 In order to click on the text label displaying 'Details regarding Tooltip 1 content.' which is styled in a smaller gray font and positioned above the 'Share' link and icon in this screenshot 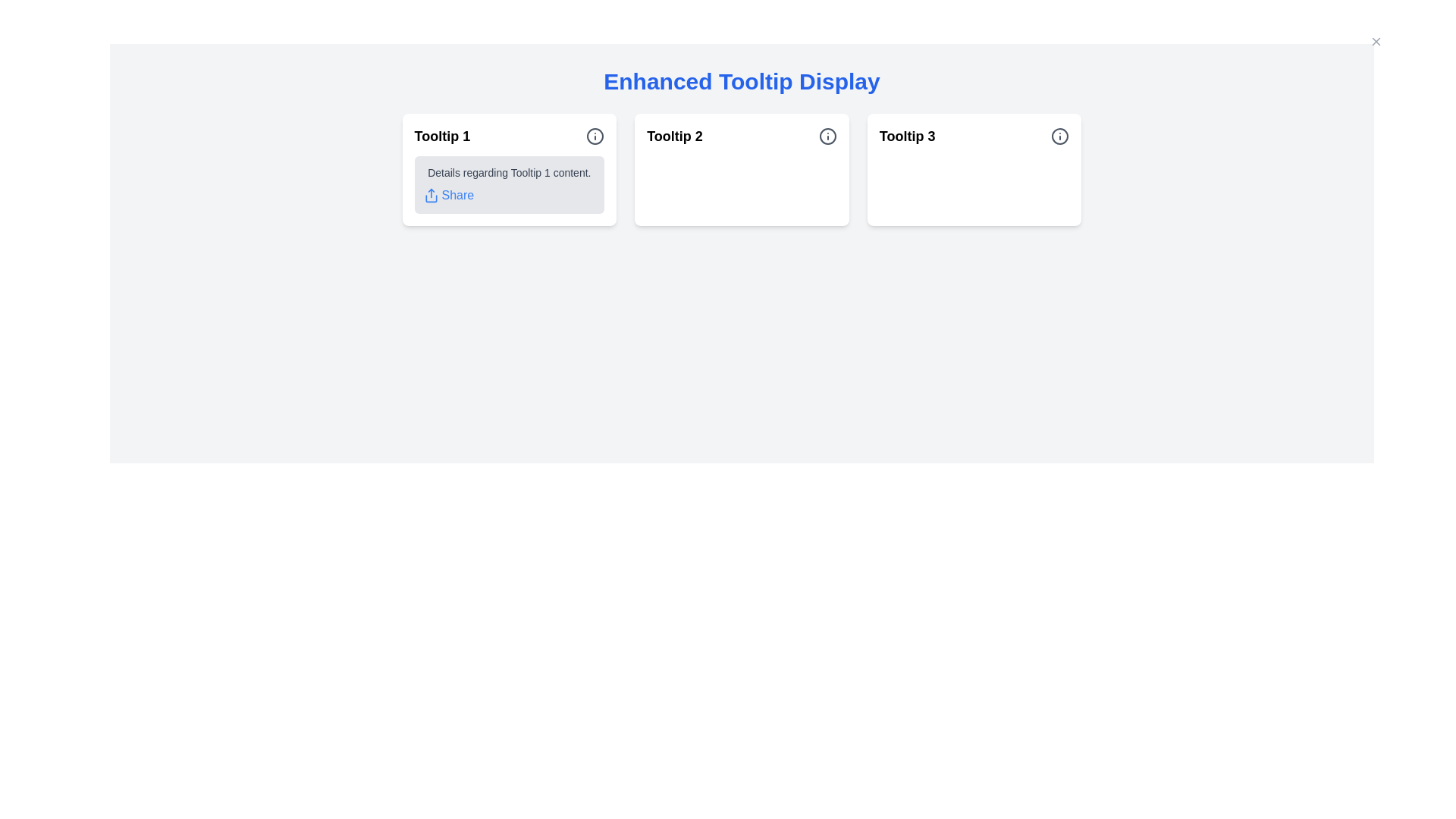, I will do `click(509, 171)`.